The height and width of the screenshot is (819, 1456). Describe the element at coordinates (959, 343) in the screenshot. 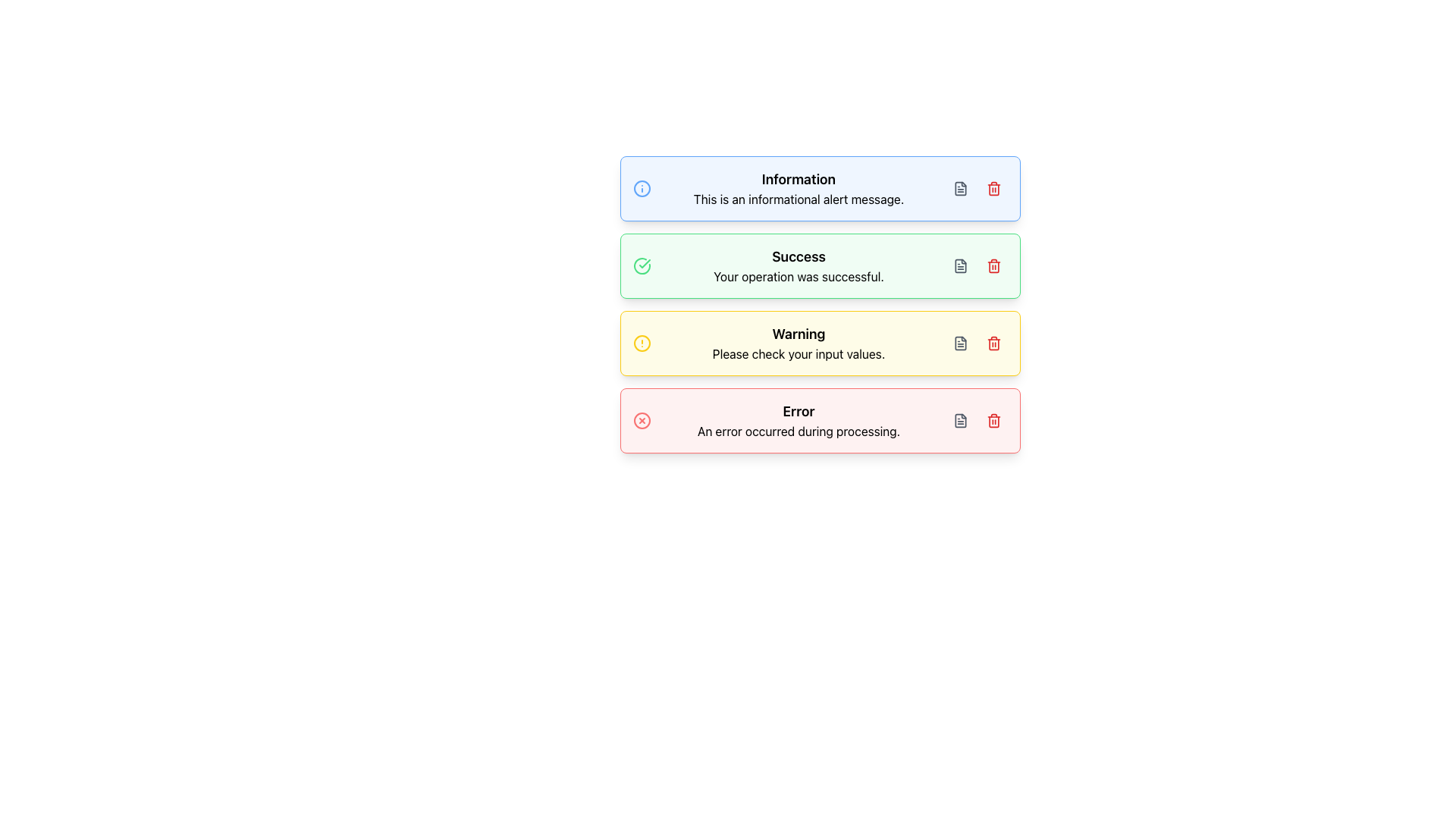

I see `the document icon located to the right of the 'Warning' alert box's text` at that location.